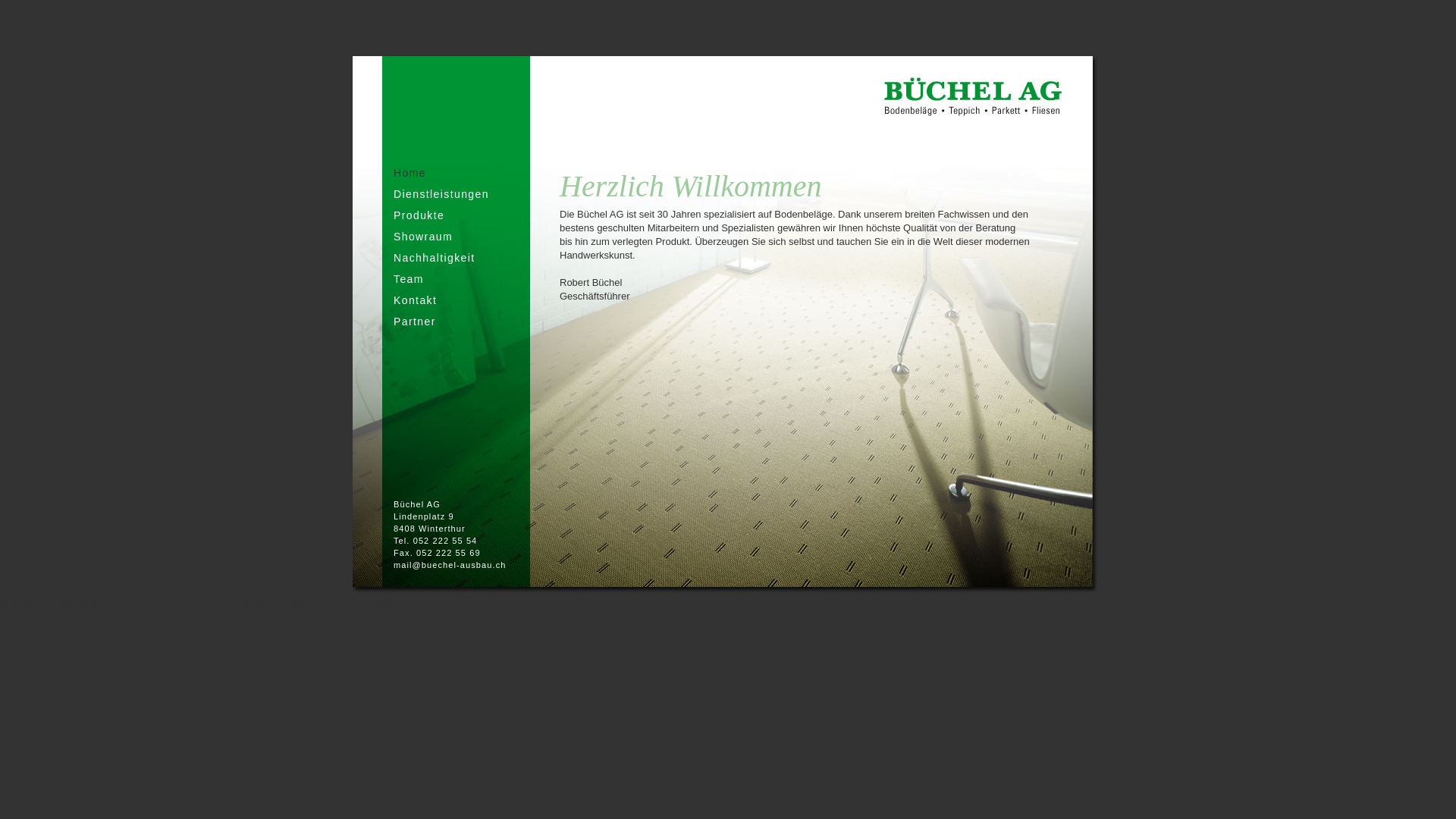 The height and width of the screenshot is (819, 1456). What do you see at coordinates (415, 300) in the screenshot?
I see `'Kontakt'` at bounding box center [415, 300].